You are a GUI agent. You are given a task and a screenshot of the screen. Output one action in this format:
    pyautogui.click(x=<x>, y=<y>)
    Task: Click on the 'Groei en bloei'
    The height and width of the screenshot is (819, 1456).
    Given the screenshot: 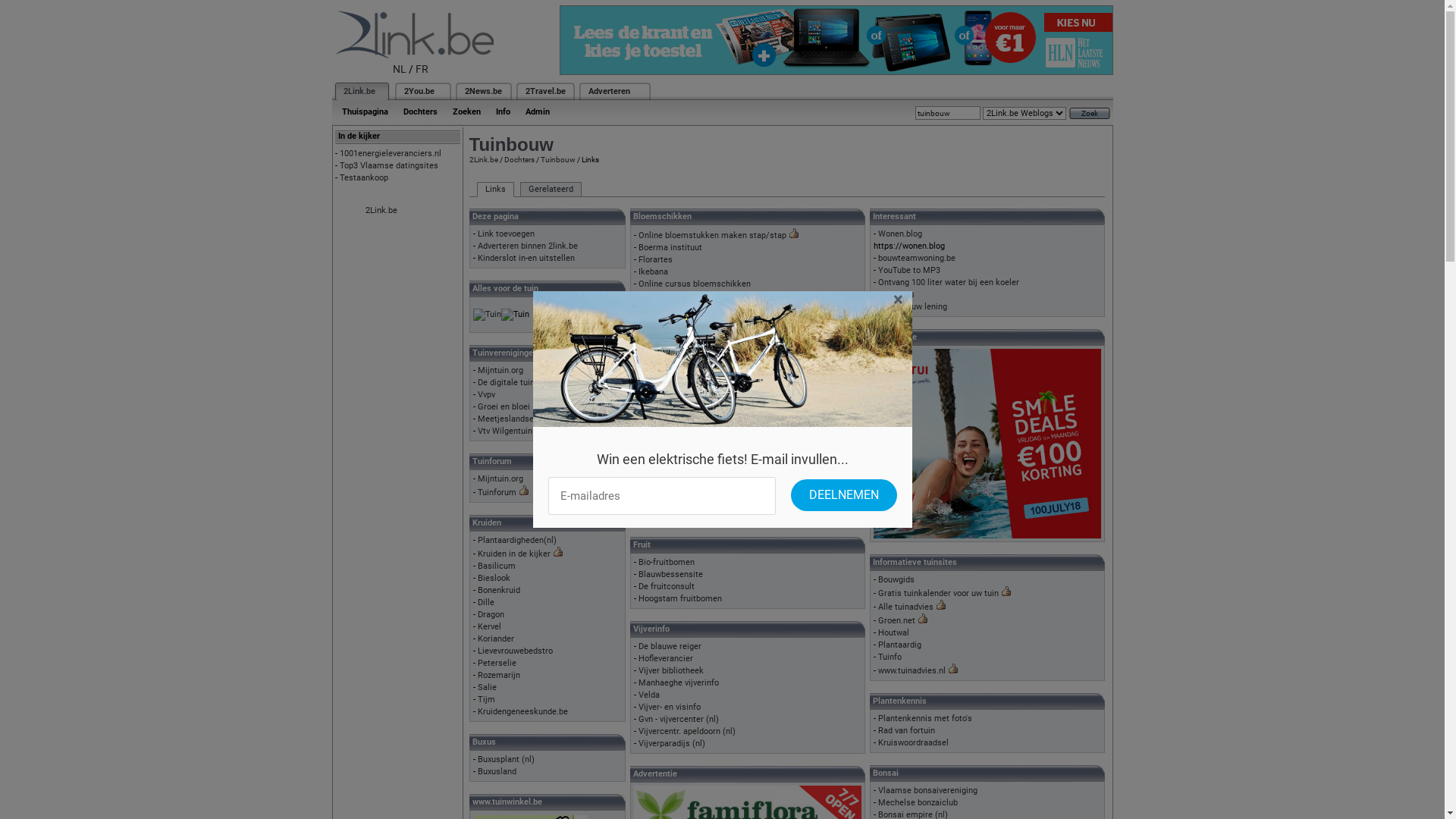 What is the action you would take?
    pyautogui.click(x=504, y=406)
    